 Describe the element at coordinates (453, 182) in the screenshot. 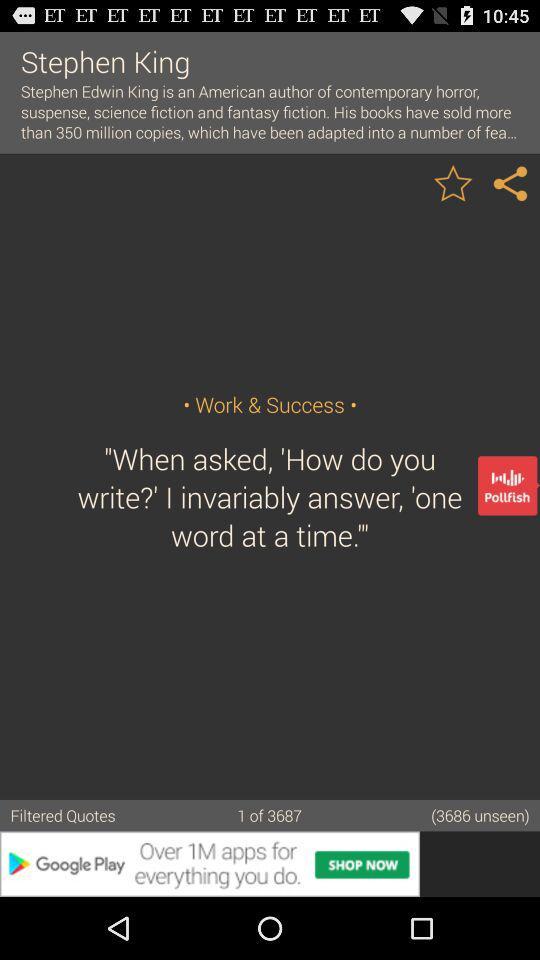

I see `set as favorite` at that location.